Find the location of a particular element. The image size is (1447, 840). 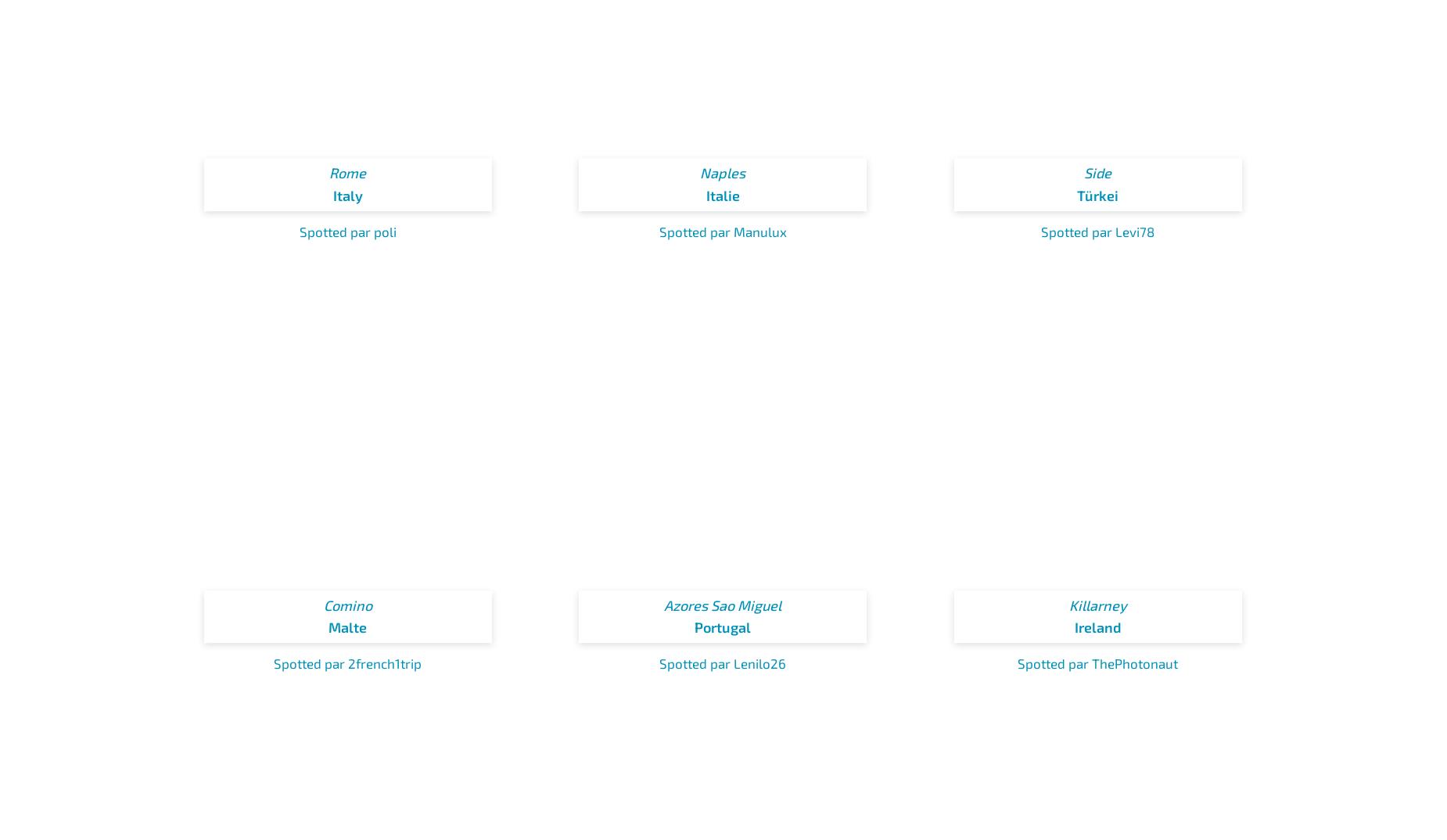

'Side' is located at coordinates (1097, 172).